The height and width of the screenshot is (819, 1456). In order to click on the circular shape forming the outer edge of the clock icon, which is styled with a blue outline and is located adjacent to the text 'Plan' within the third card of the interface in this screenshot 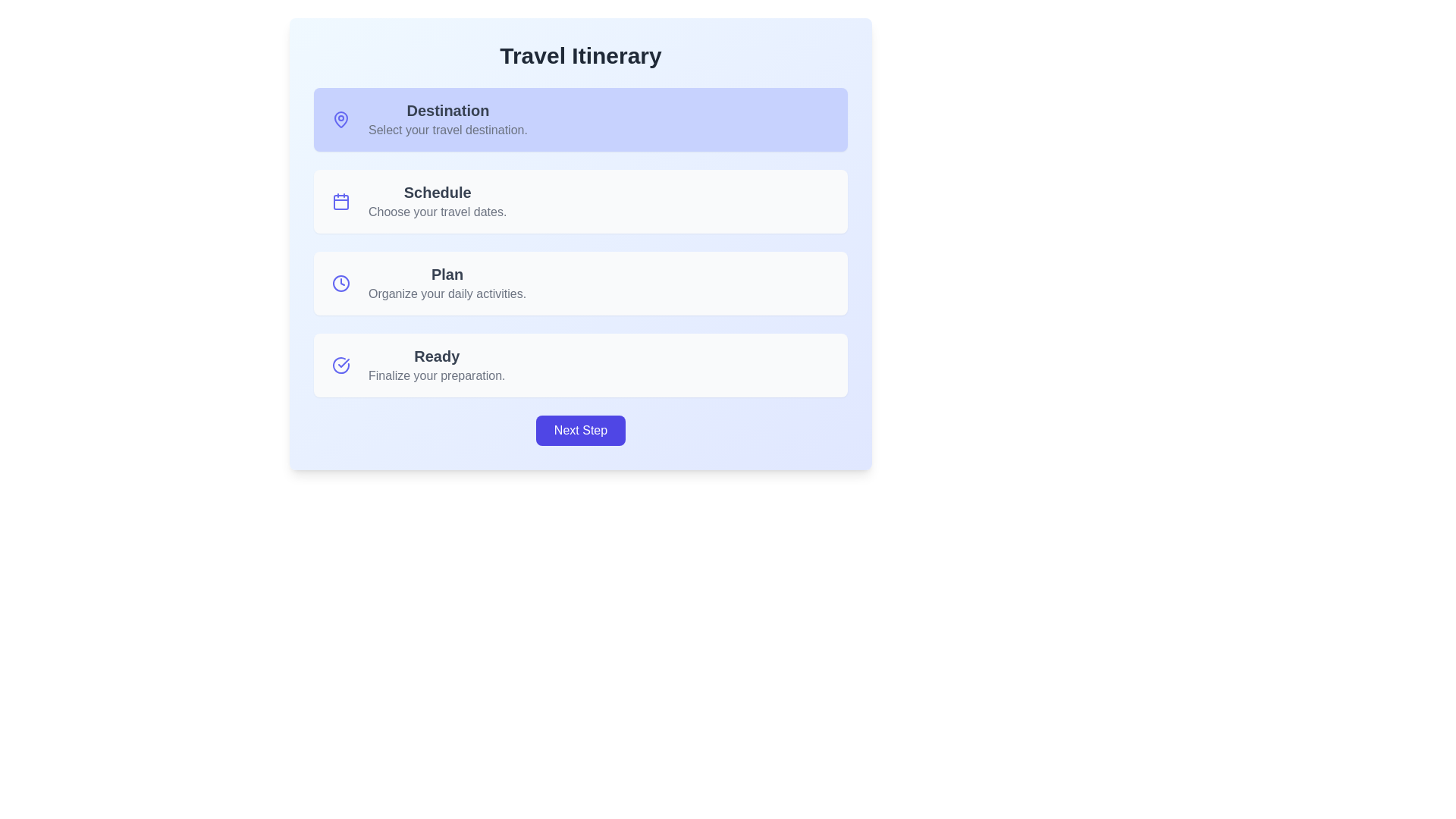, I will do `click(340, 284)`.